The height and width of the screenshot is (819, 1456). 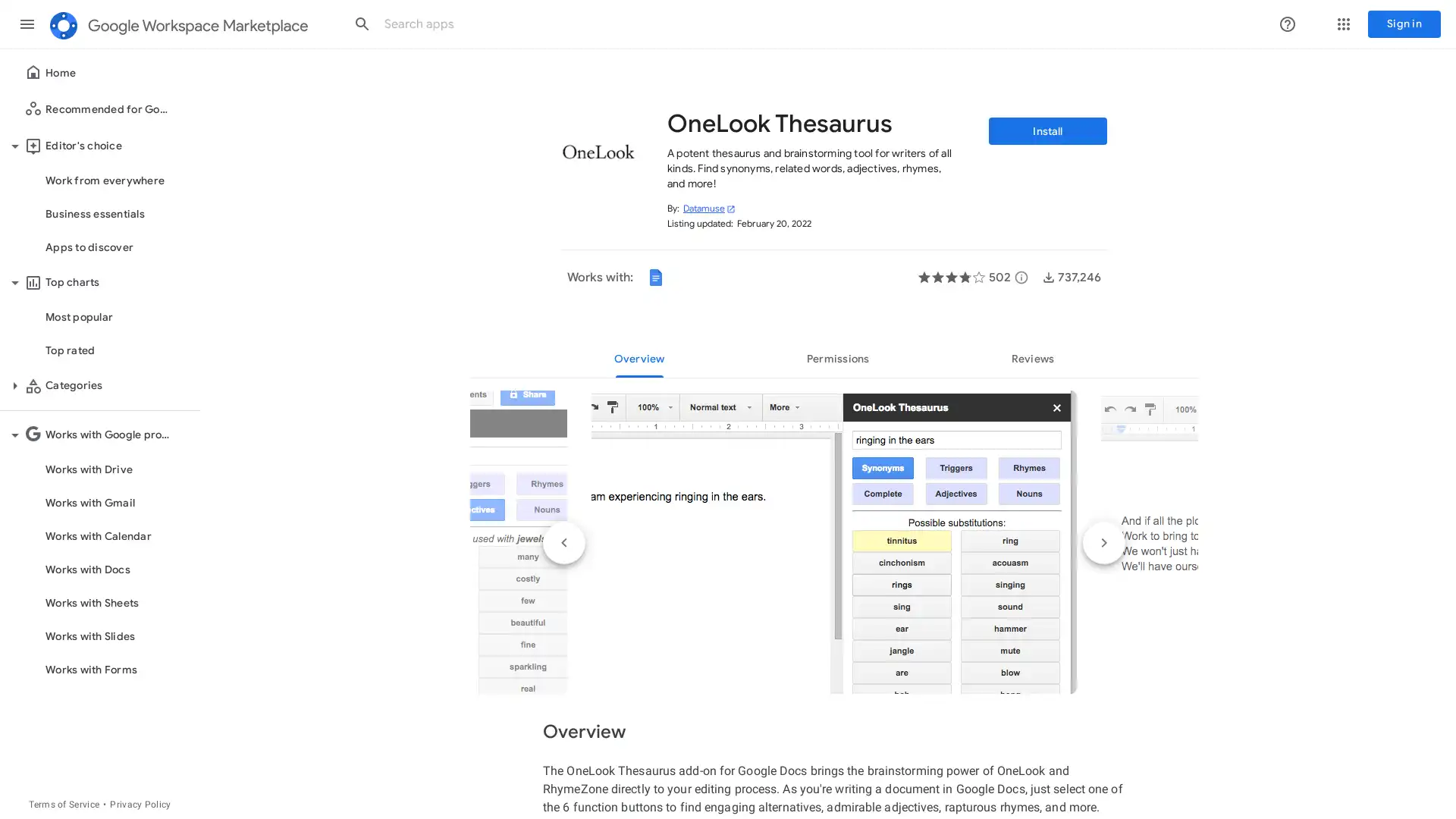 I want to click on Next, so click(x=1103, y=542).